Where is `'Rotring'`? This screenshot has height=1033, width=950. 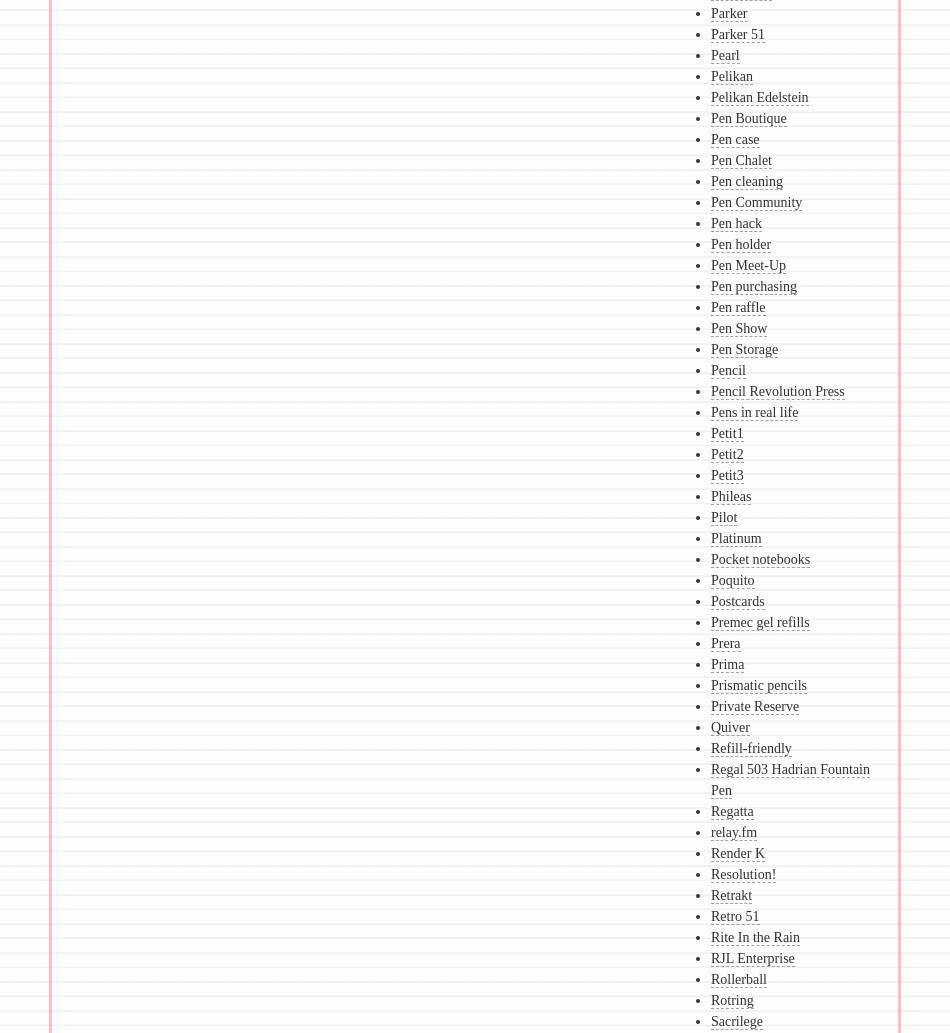 'Rotring' is located at coordinates (730, 999).